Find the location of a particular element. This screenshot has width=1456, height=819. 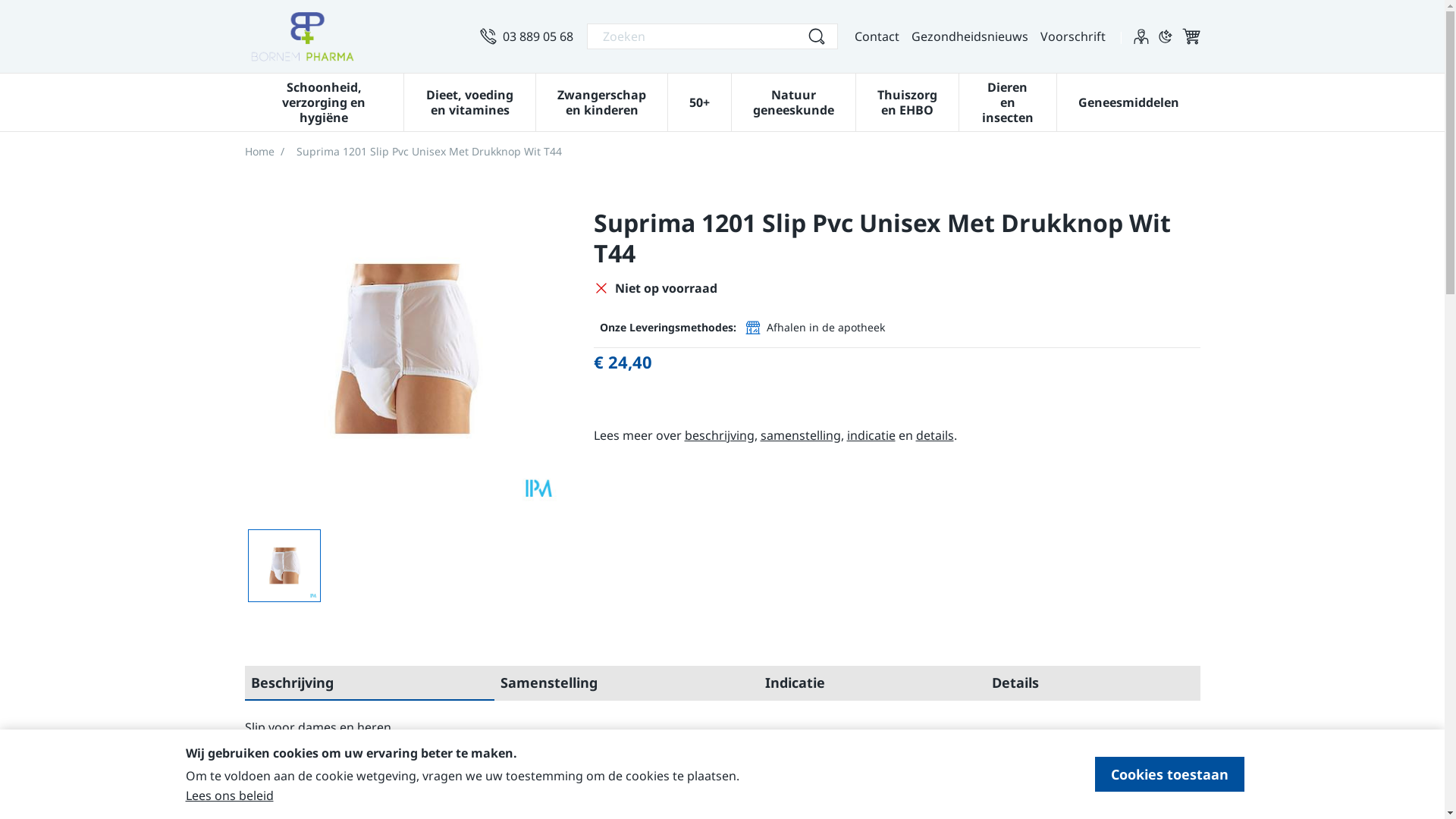

'03 889 05 68' is located at coordinates (526, 35).